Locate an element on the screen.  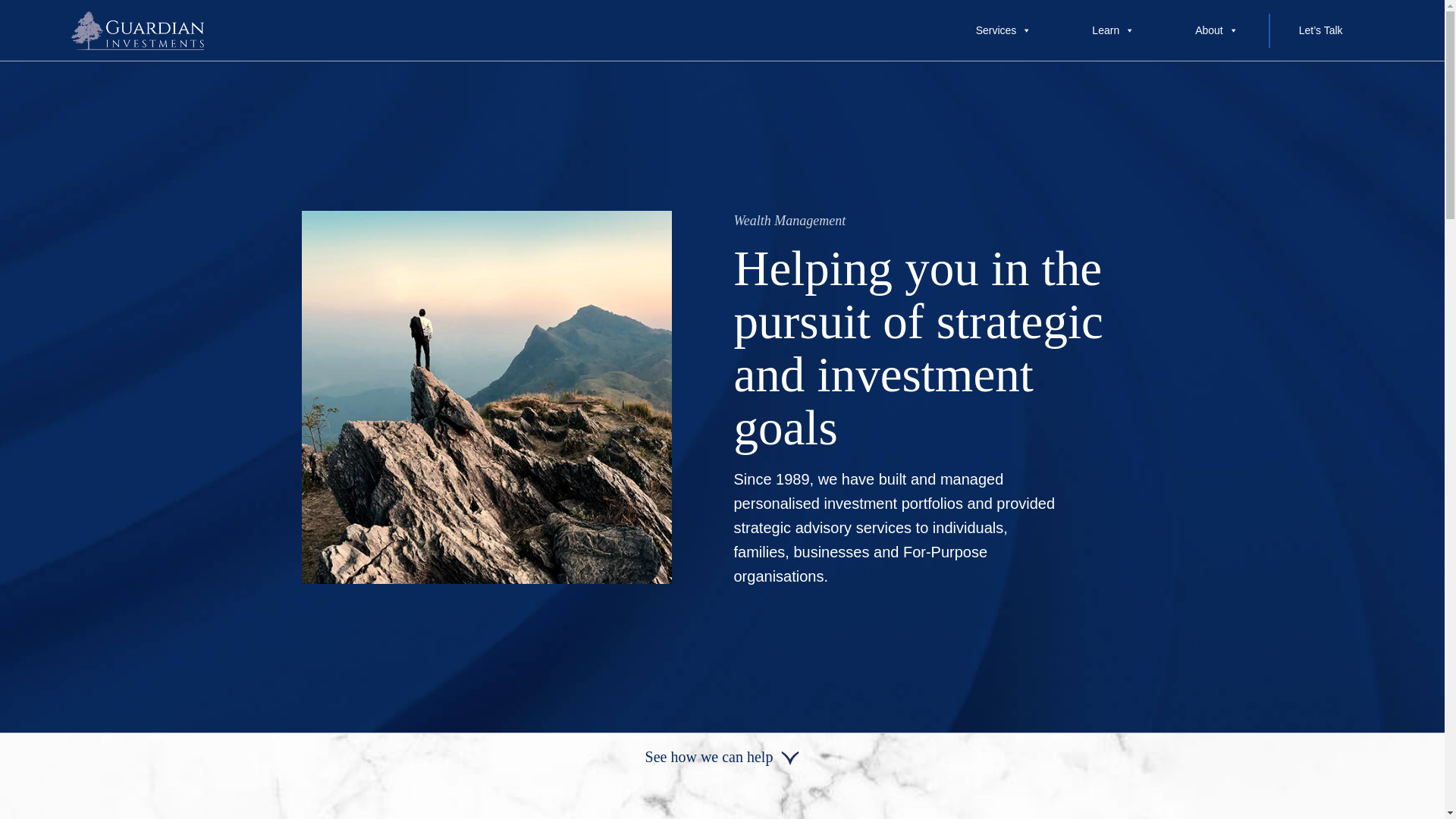
'Learn' is located at coordinates (1061, 30).